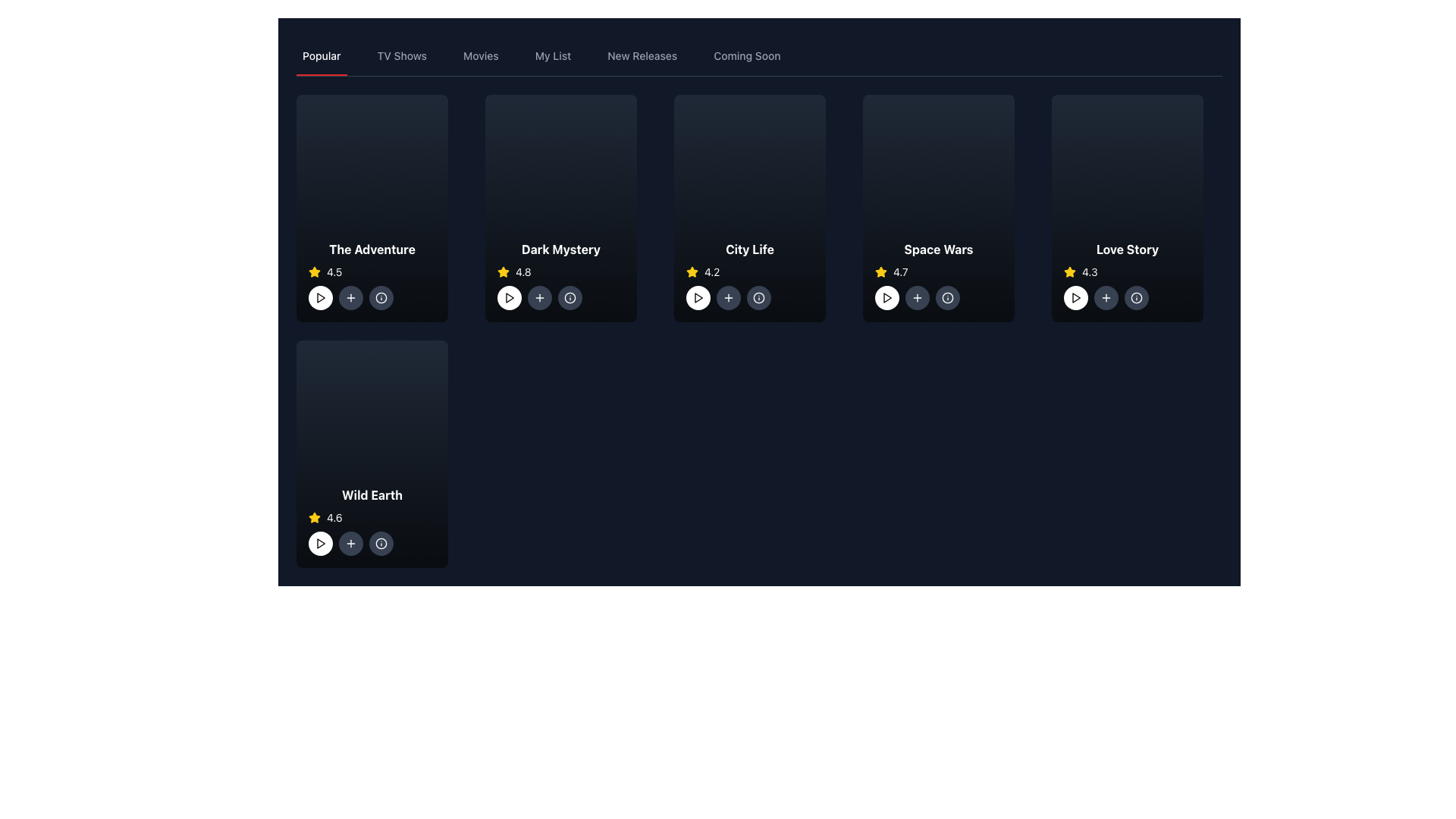  What do you see at coordinates (916, 298) in the screenshot?
I see `the circular button with a gray background and a white plus icon, which is the second button in a horizontal sequence below the 'Space Wars' card` at bounding box center [916, 298].